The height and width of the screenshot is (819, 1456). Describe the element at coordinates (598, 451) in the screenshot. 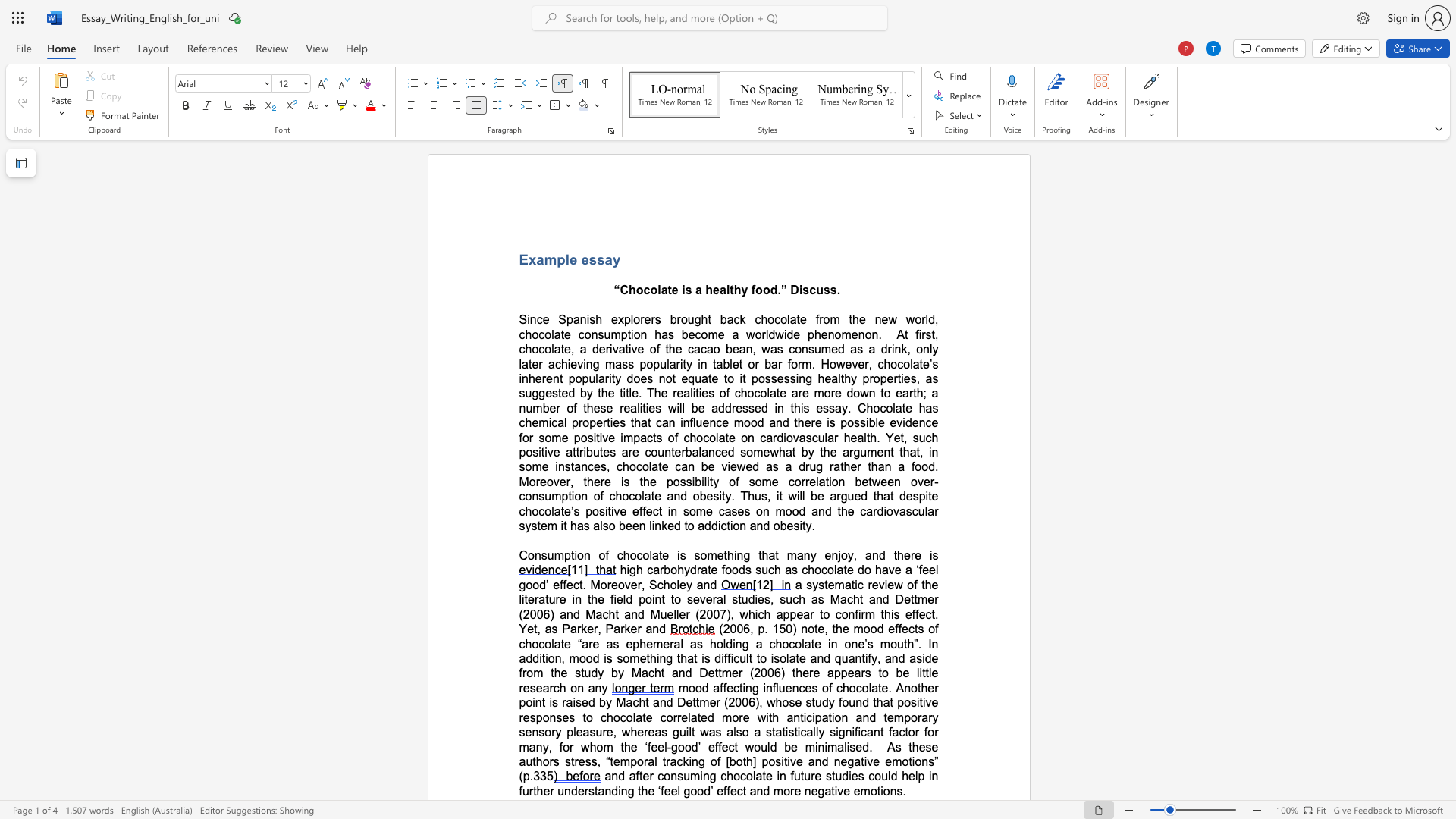

I see `the space between the continuous character "u" and "t" in the text` at that location.